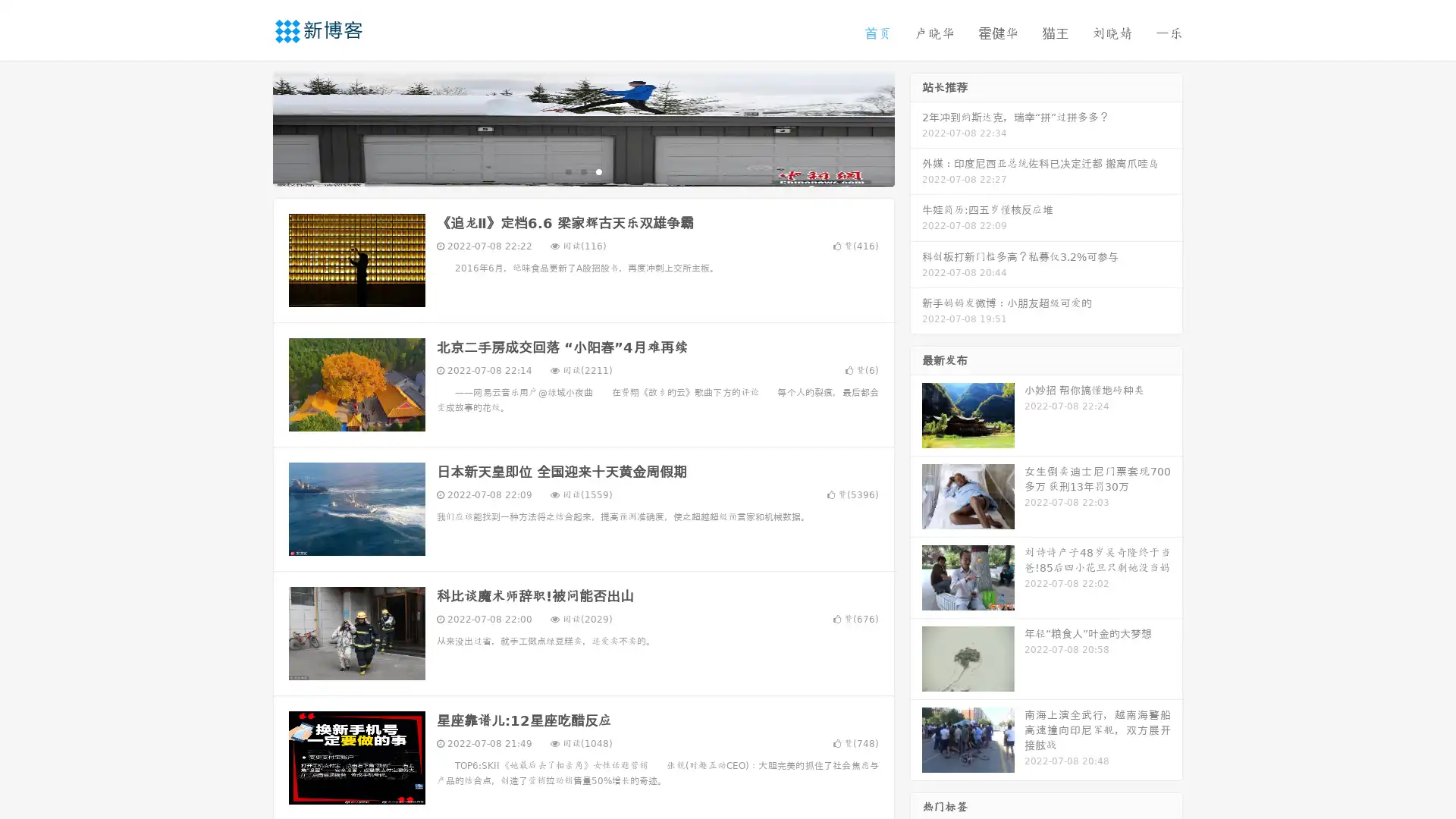  What do you see at coordinates (582, 171) in the screenshot?
I see `Go to slide 2` at bounding box center [582, 171].